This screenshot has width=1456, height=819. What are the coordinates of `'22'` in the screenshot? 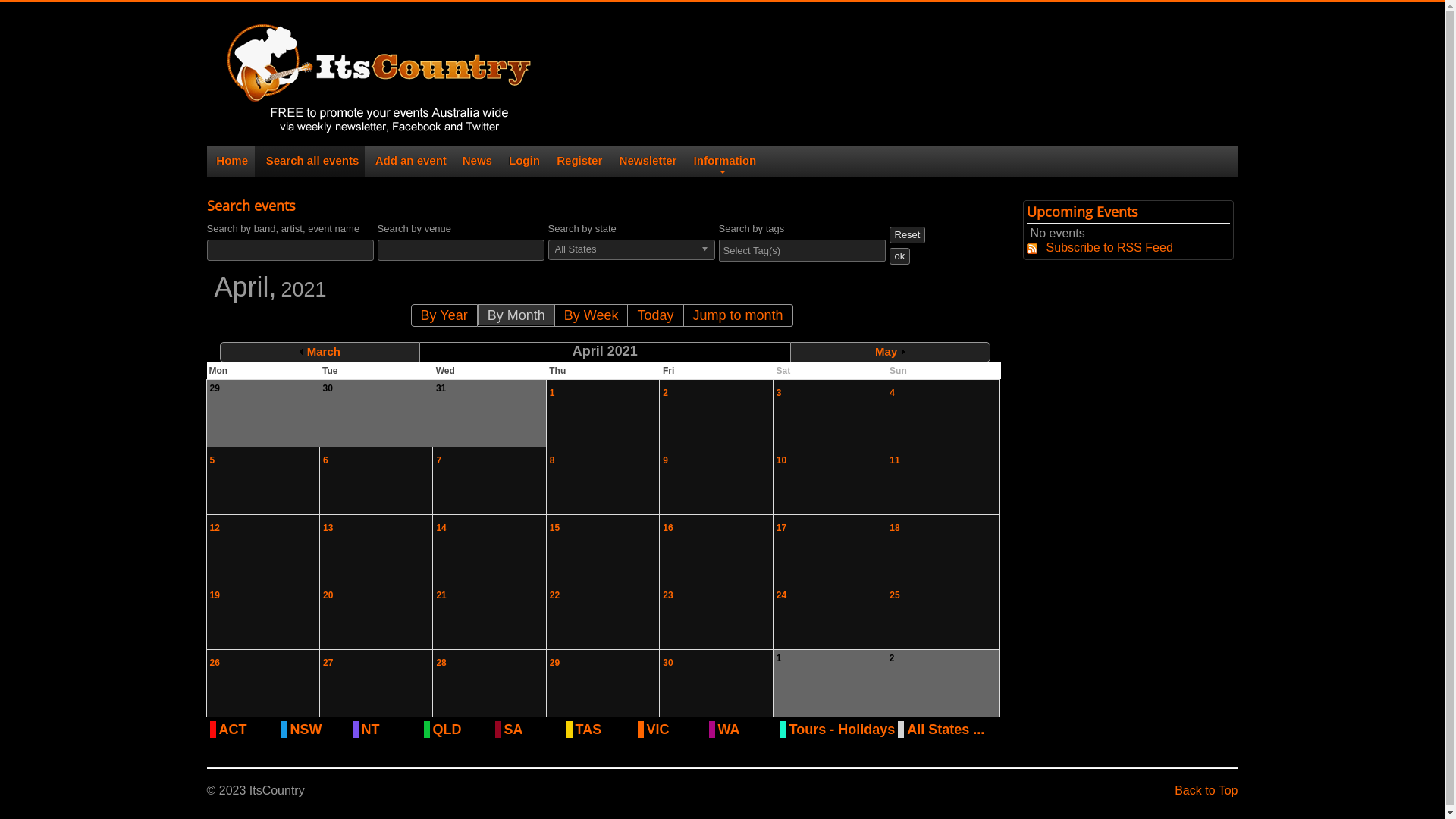 It's located at (554, 595).